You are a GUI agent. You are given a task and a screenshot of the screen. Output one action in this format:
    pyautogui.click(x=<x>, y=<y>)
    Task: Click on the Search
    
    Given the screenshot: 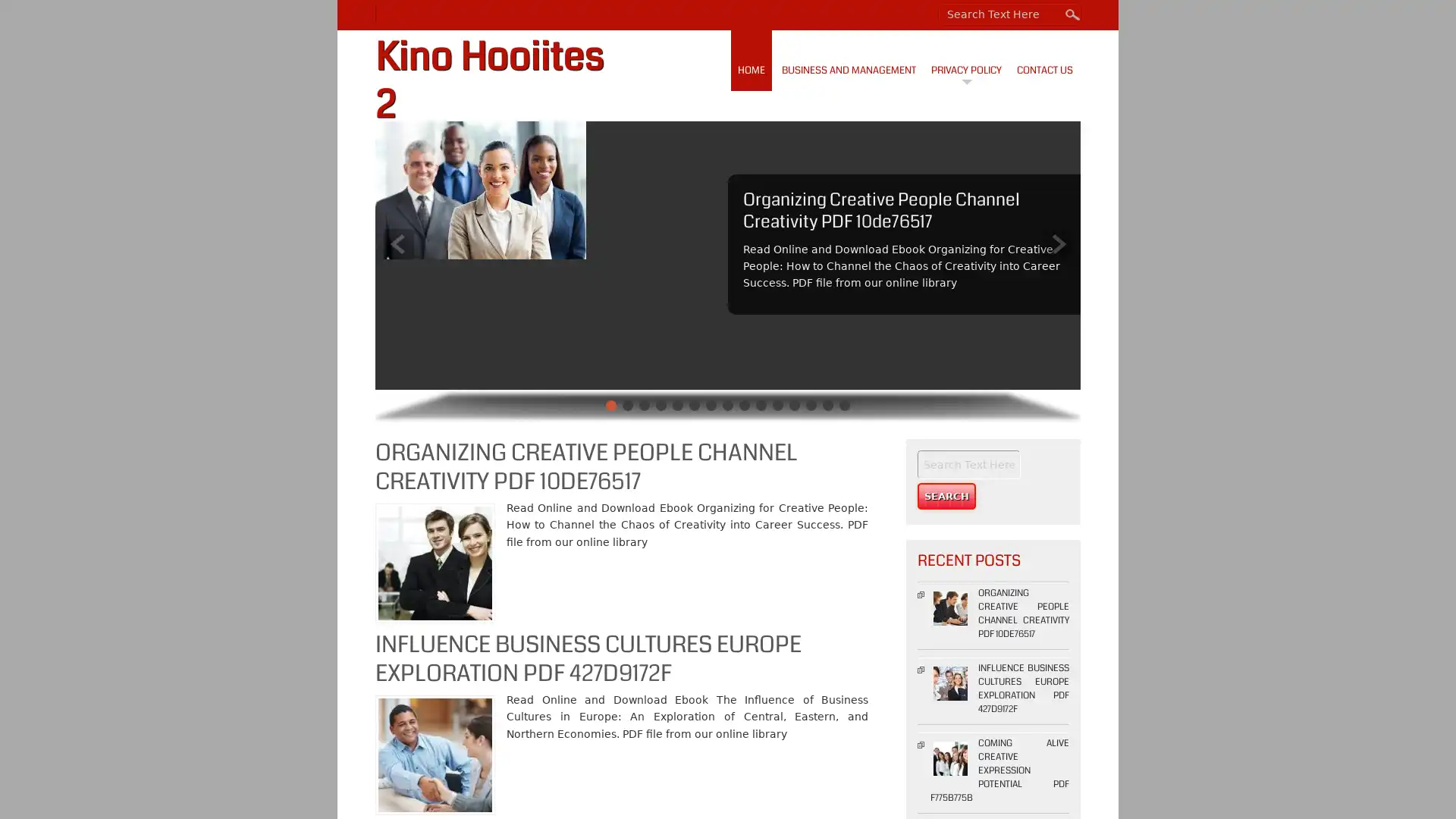 What is the action you would take?
    pyautogui.click(x=946, y=496)
    